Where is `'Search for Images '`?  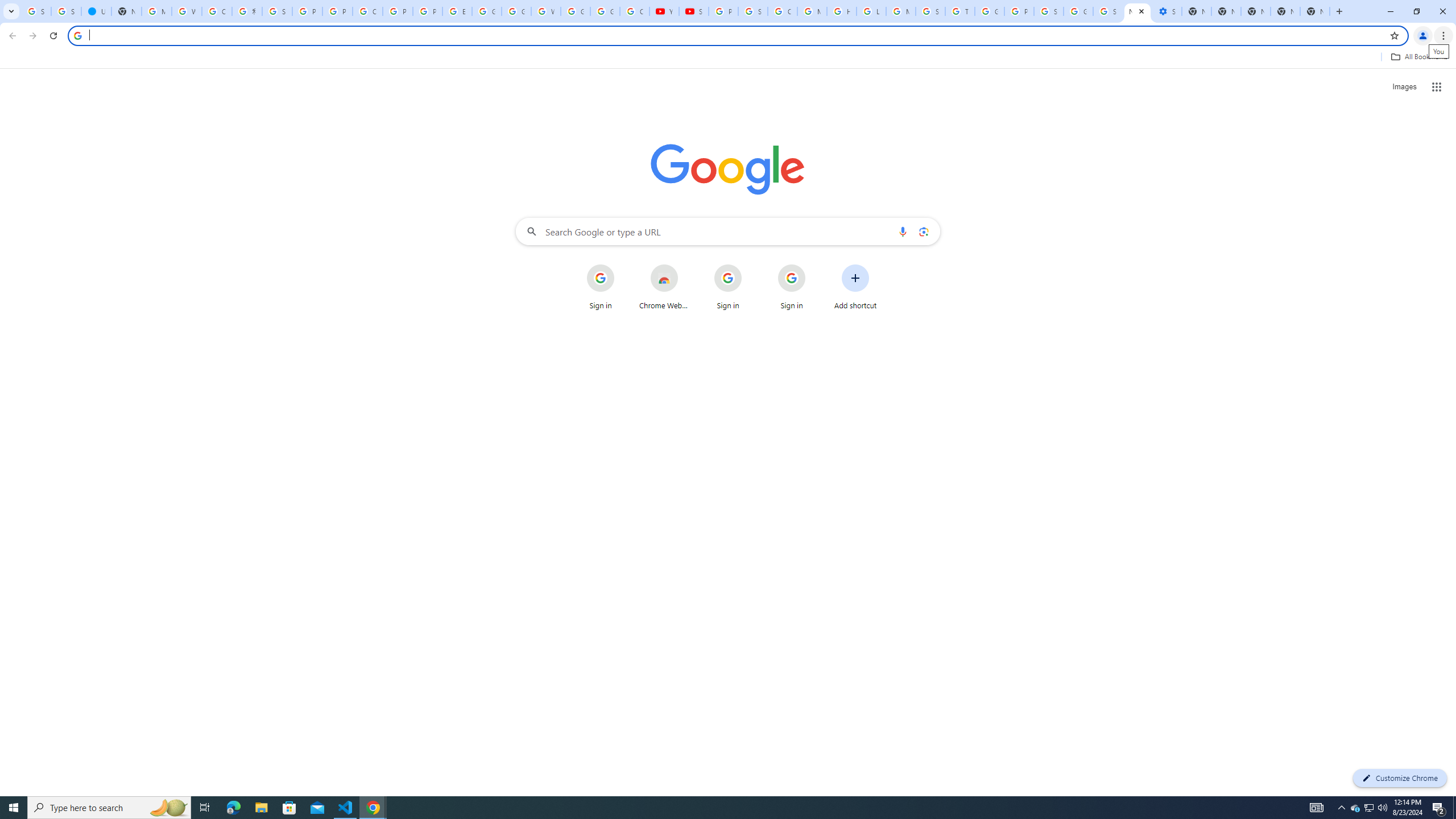 'Search for Images ' is located at coordinates (1404, 87).